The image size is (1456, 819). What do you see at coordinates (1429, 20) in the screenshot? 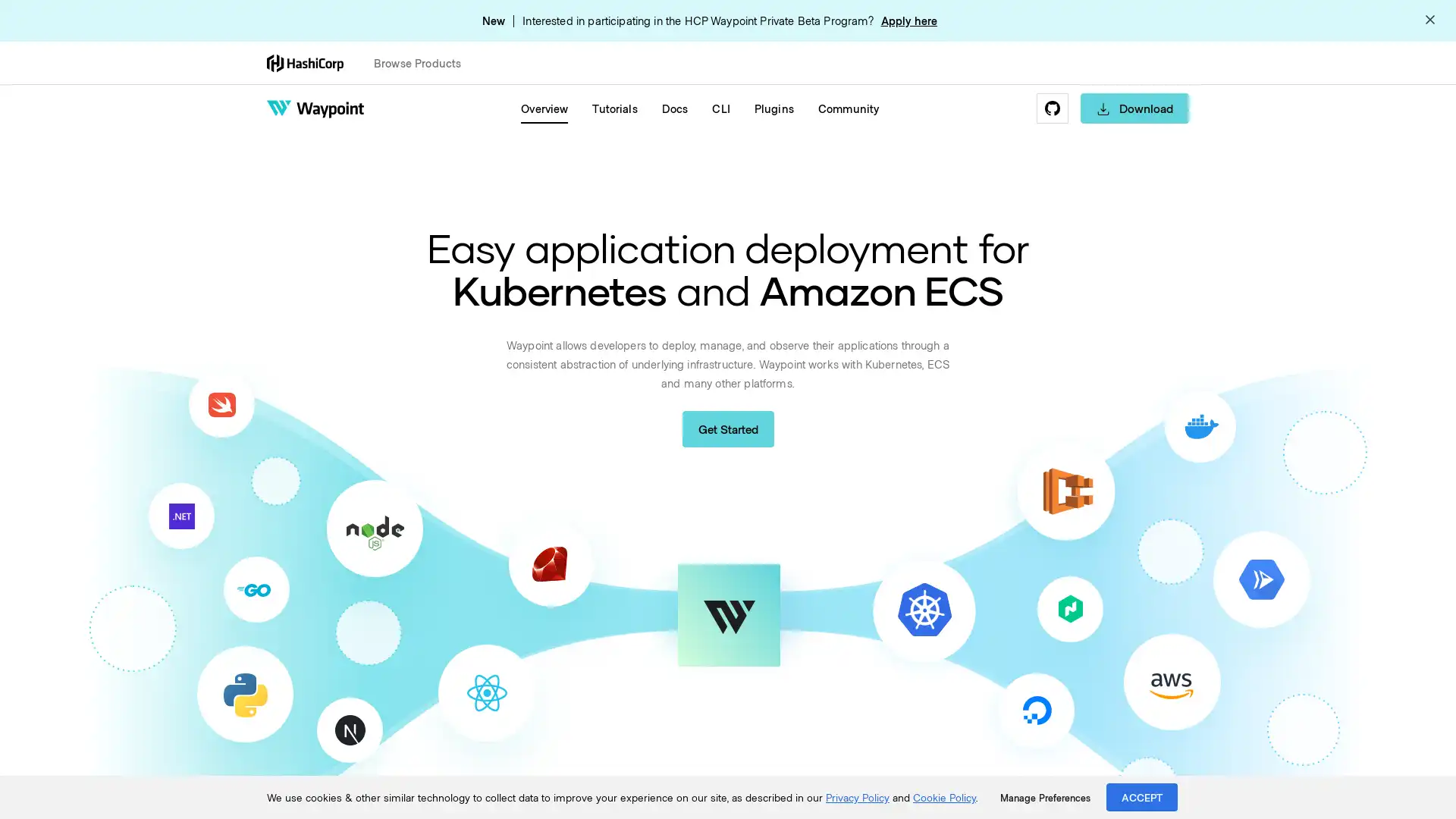
I see `Dismiss alert` at bounding box center [1429, 20].